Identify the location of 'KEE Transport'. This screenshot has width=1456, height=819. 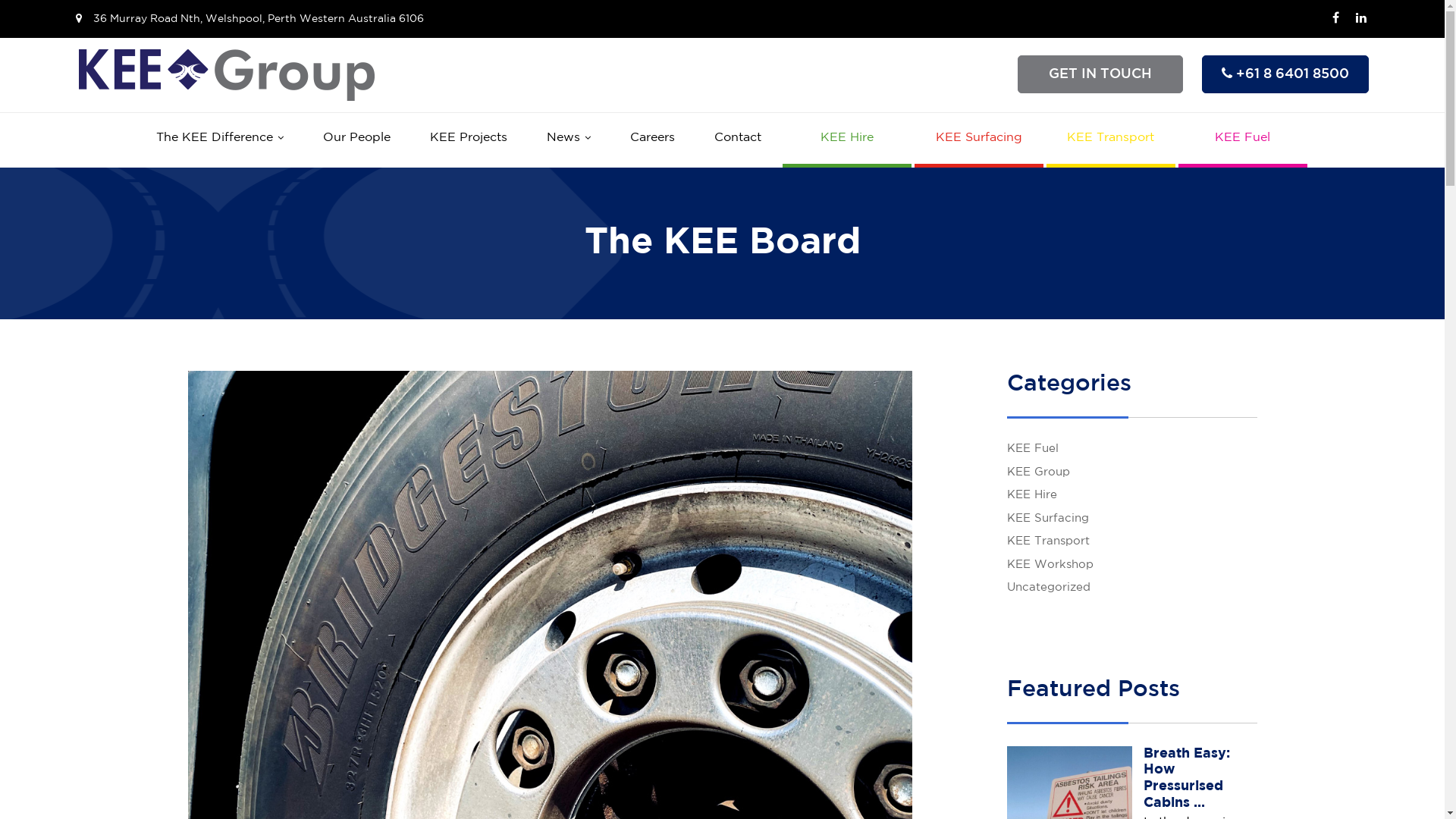
(1047, 540).